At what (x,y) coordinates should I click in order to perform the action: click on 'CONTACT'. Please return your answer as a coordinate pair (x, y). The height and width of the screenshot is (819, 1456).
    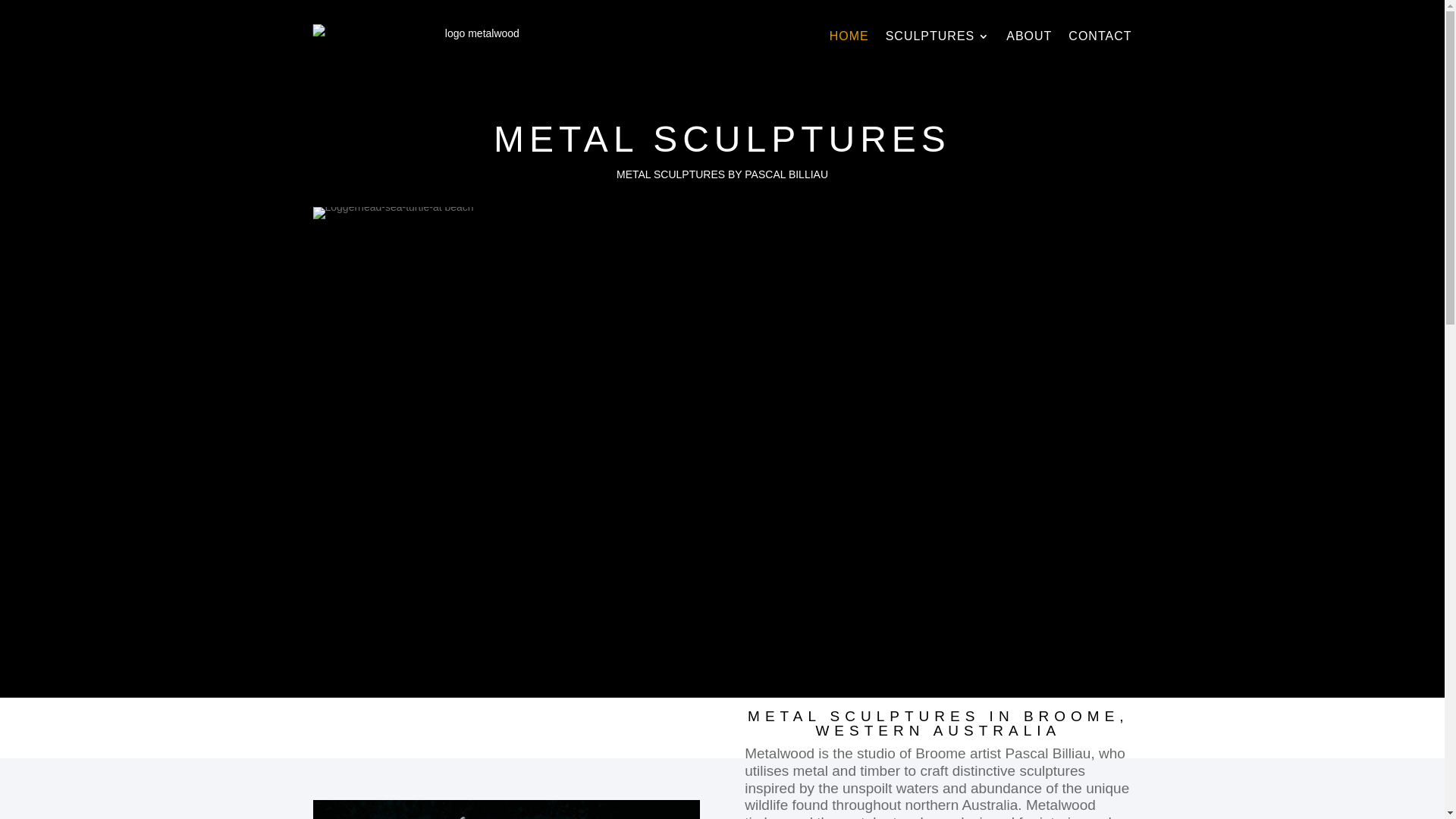
    Looking at the image, I should click on (1100, 35).